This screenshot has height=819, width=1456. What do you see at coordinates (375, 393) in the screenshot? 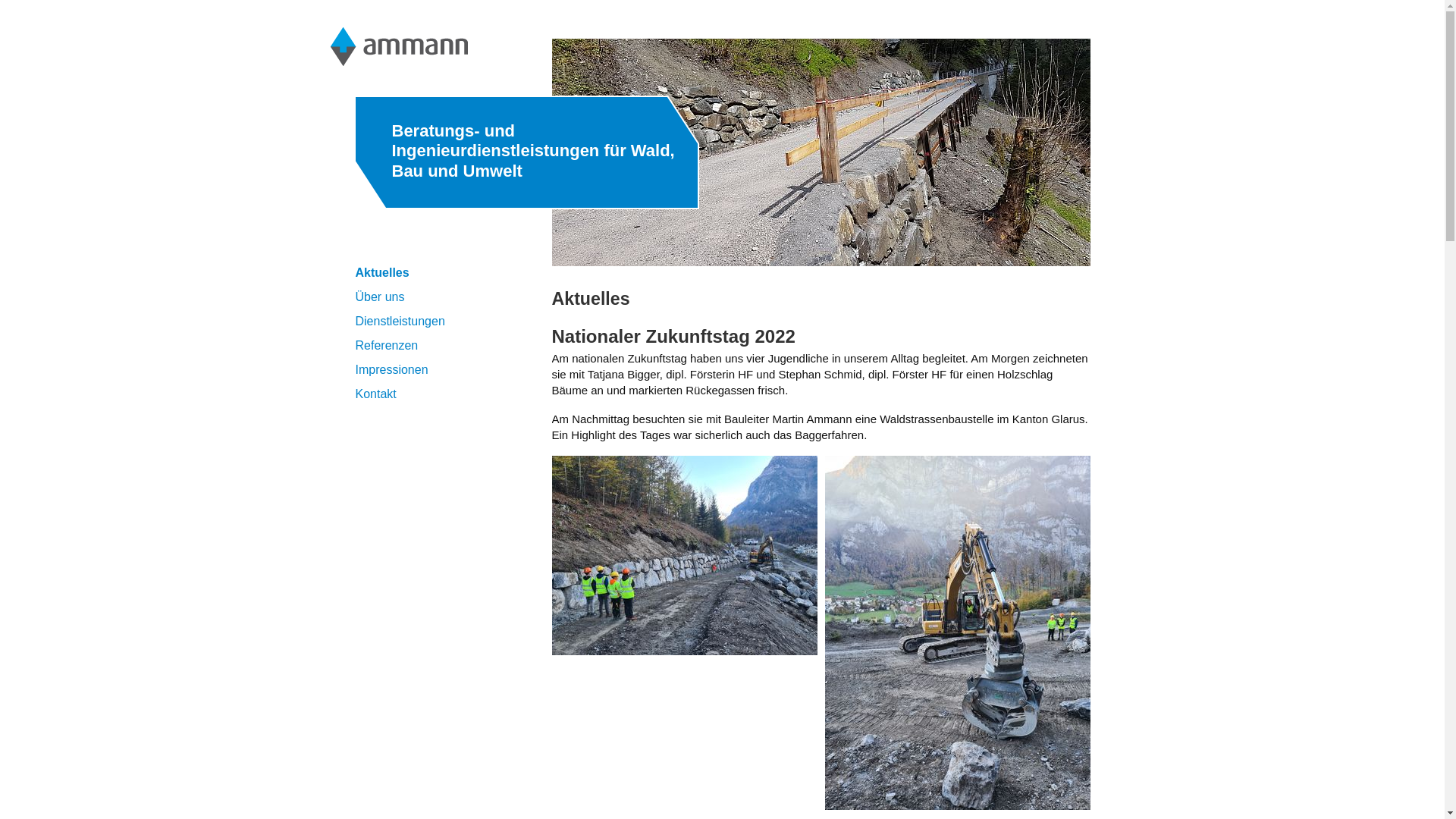
I see `'Kontakt'` at bounding box center [375, 393].